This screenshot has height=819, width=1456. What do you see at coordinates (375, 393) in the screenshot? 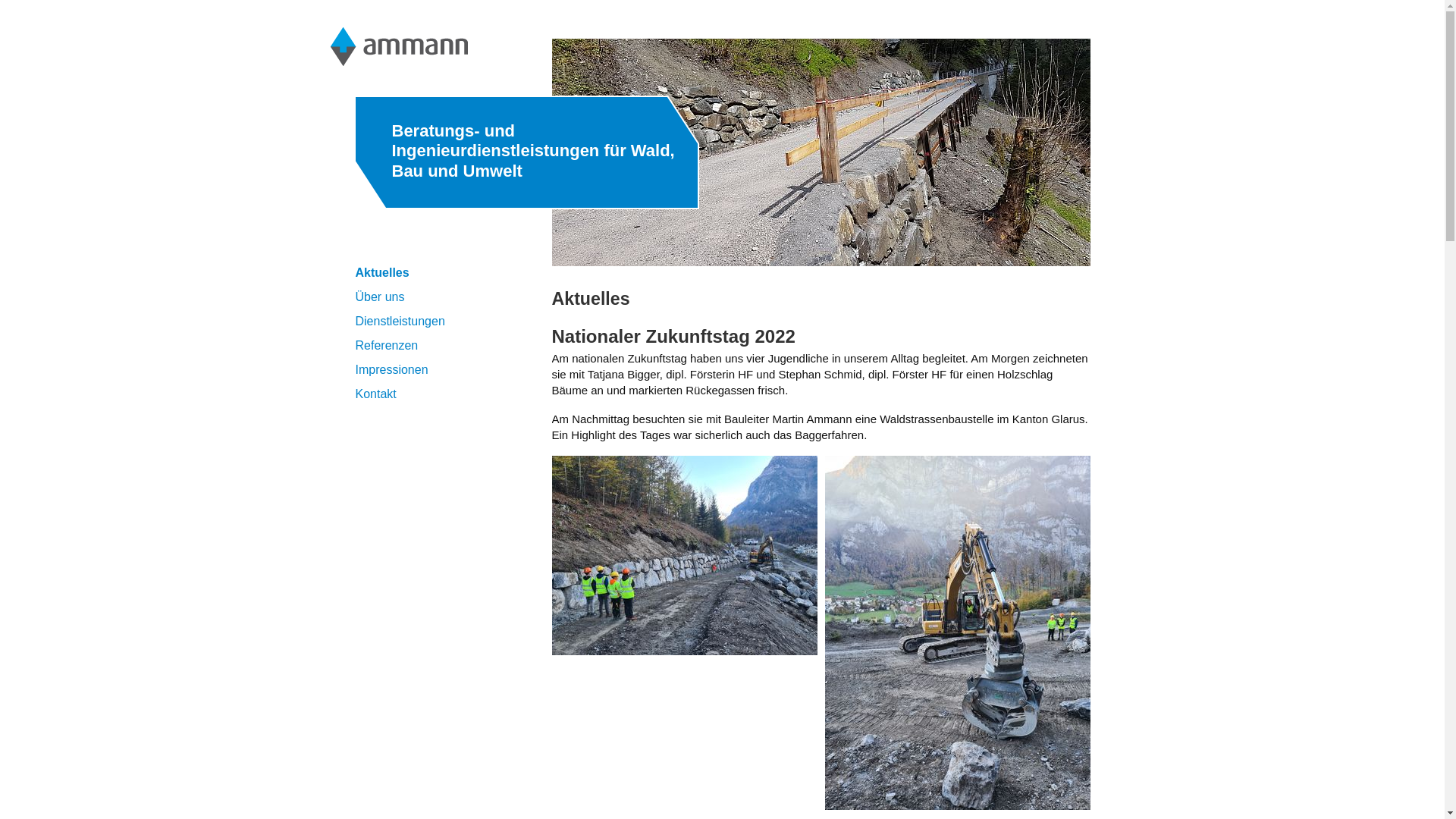
I see `'Kontakt'` at bounding box center [375, 393].